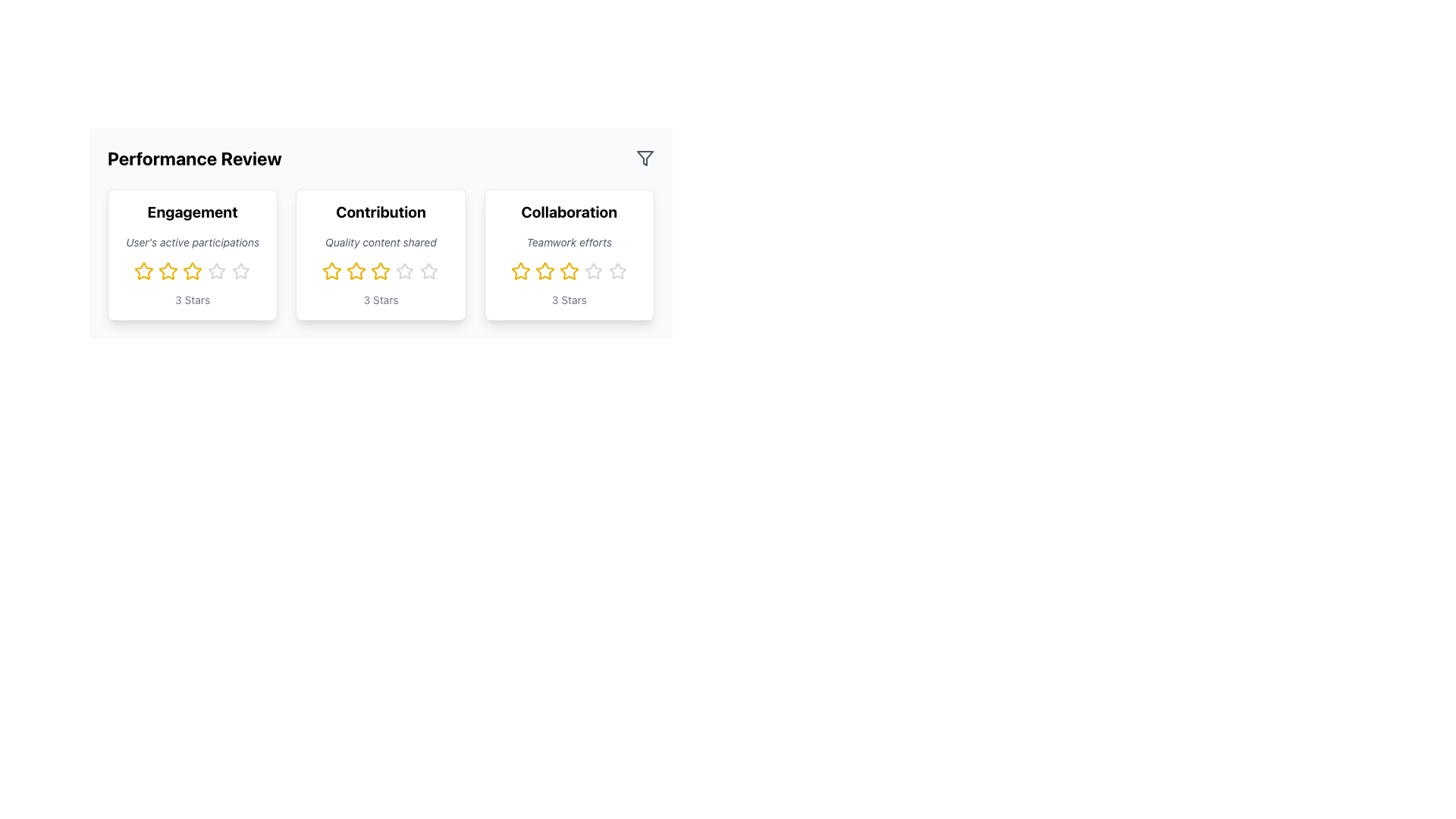 Image resolution: width=1456 pixels, height=819 pixels. Describe the element at coordinates (144, 270) in the screenshot. I see `the first star icon in the 5-star rating system under the 'Engagement' card in the Performance Review section` at that location.